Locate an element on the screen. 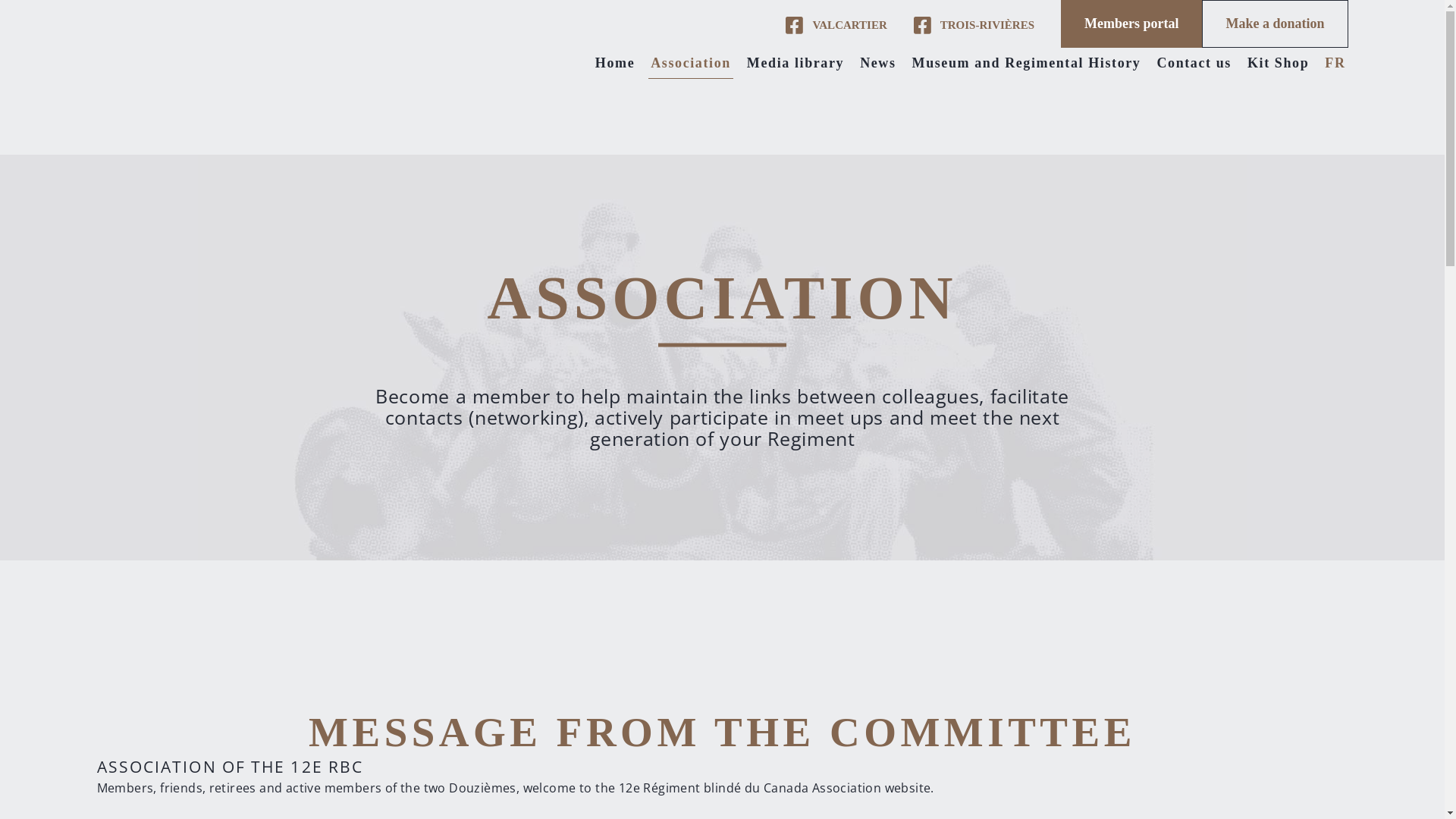  'Media library' is located at coordinates (795, 62).